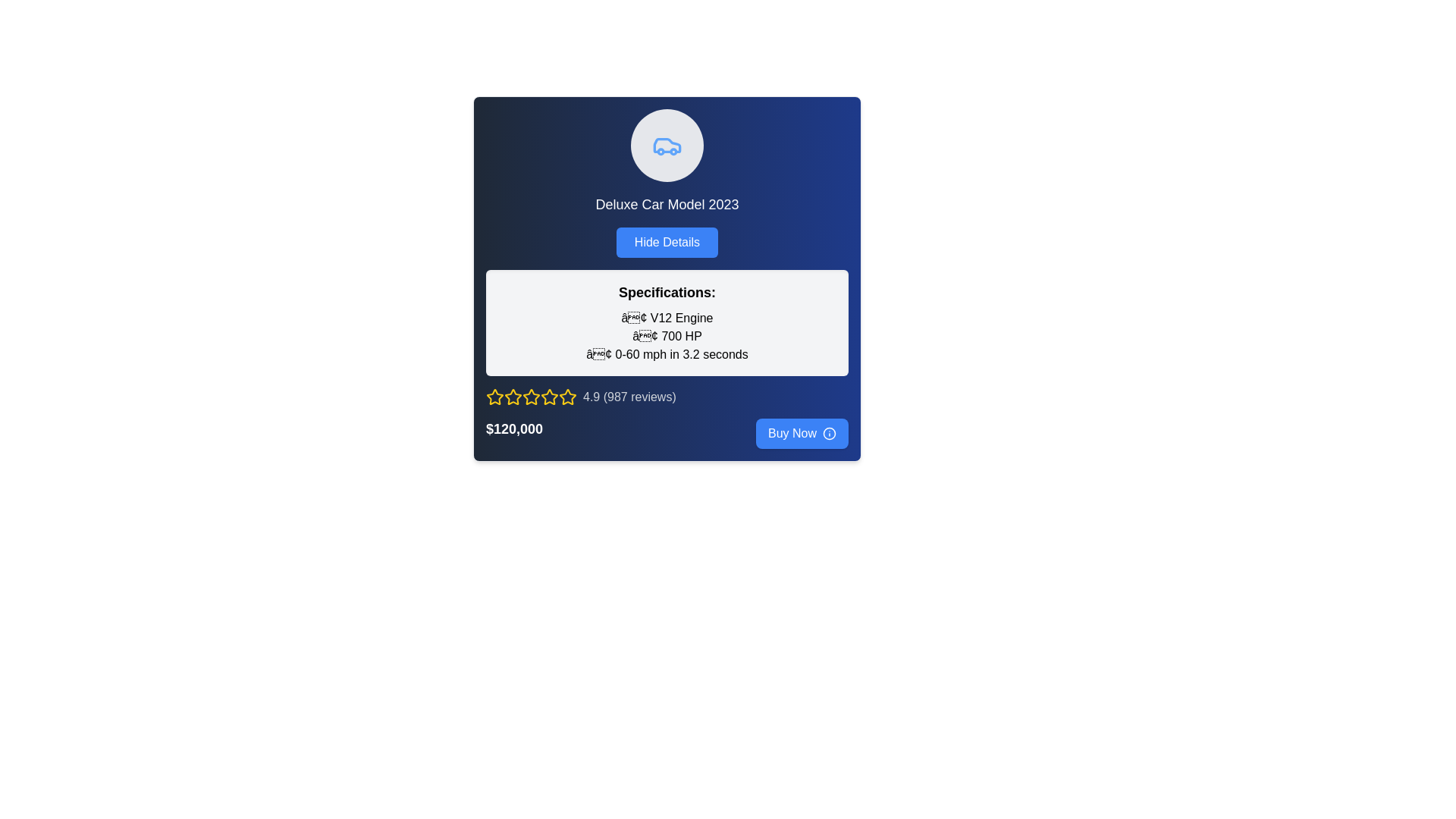 This screenshot has height=819, width=1456. Describe the element at coordinates (667, 322) in the screenshot. I see `the Text Section located centrally below the 'Hide Details' button and above the star rating section, which provides an overview of product attributes` at that location.